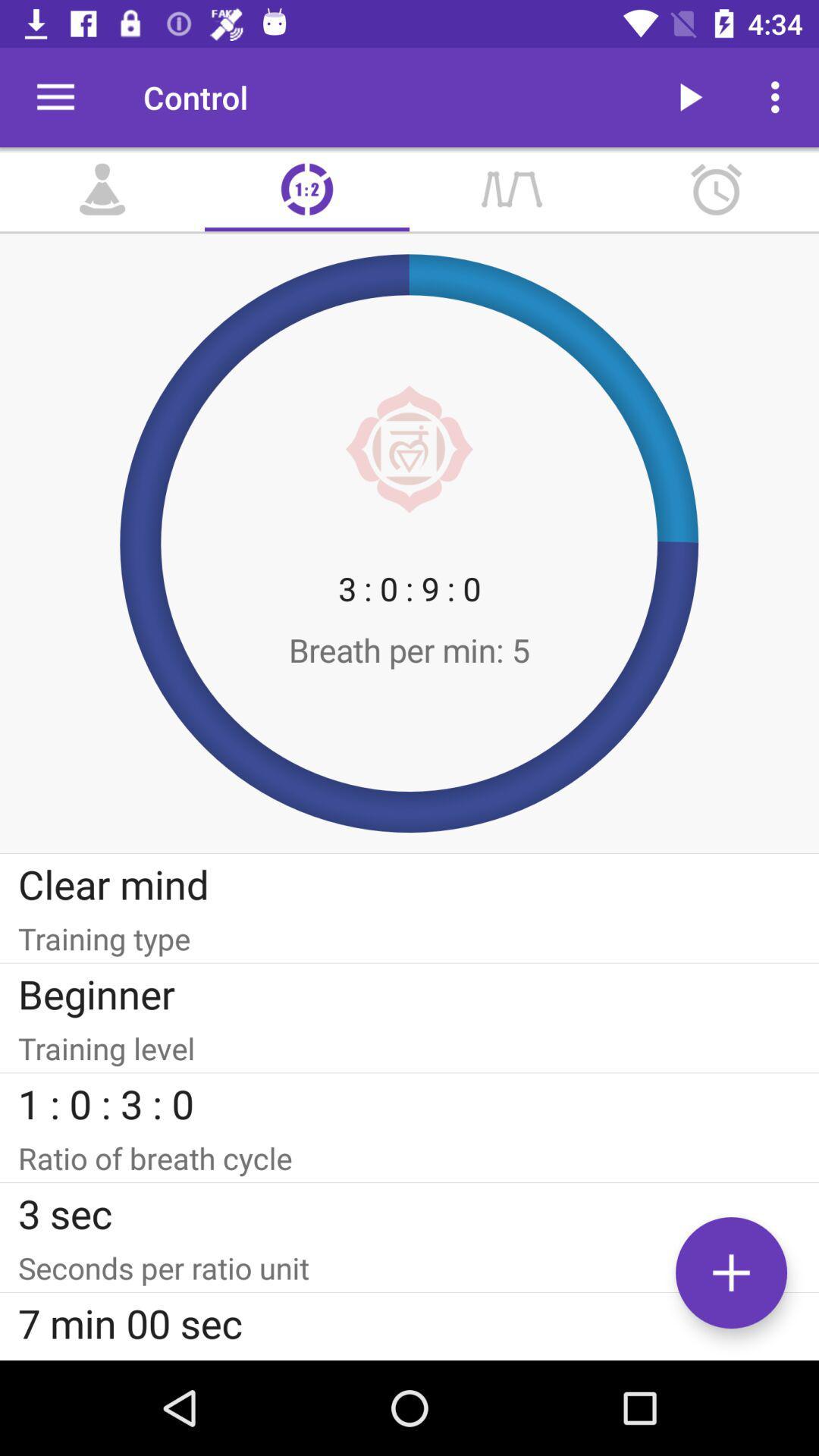 This screenshot has width=819, height=1456. I want to click on the icon below the seconds per ratio item, so click(409, 1322).